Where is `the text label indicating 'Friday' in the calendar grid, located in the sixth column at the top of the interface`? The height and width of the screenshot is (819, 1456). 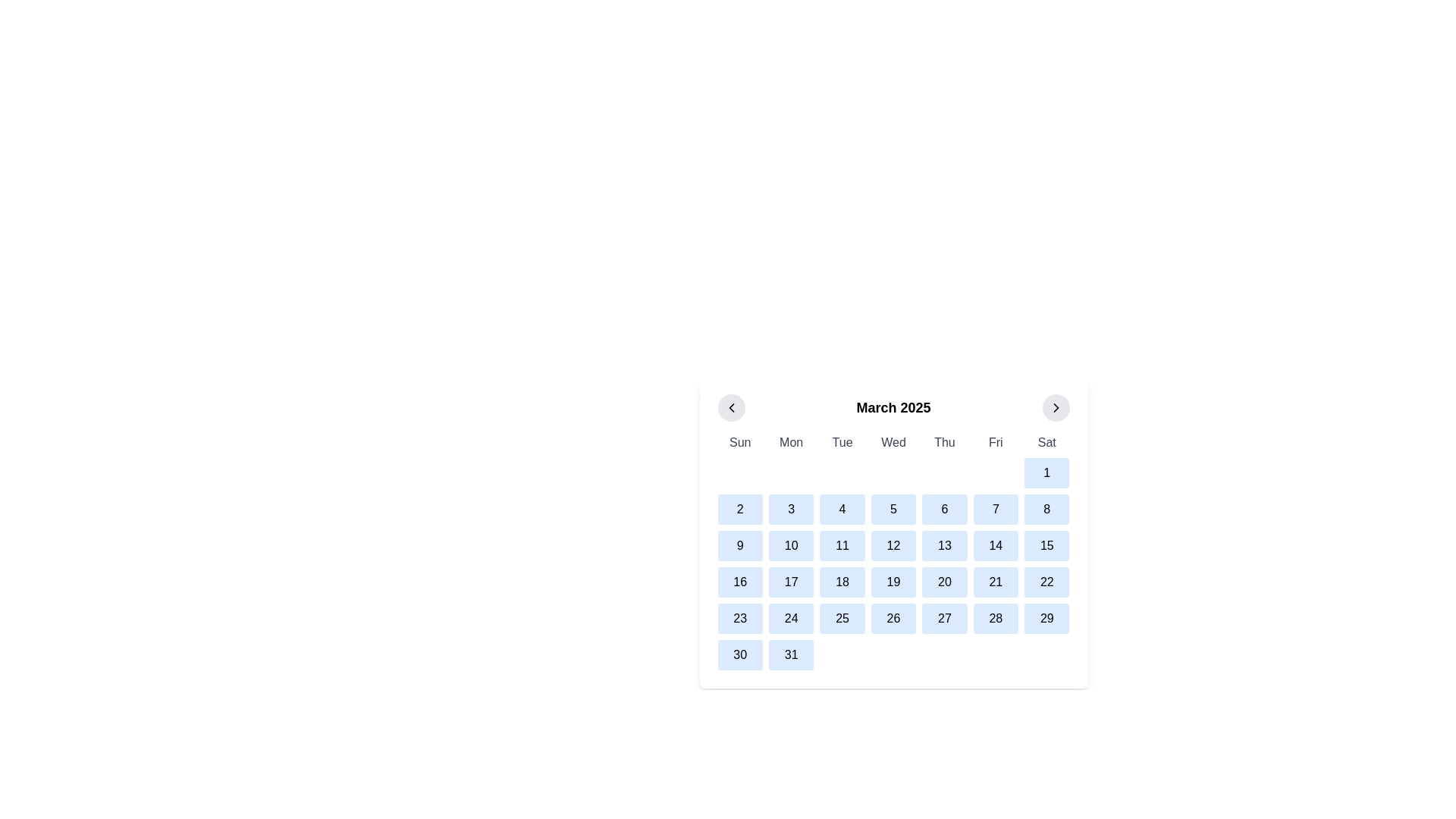 the text label indicating 'Friday' in the calendar grid, located in the sixth column at the top of the interface is located at coordinates (996, 442).